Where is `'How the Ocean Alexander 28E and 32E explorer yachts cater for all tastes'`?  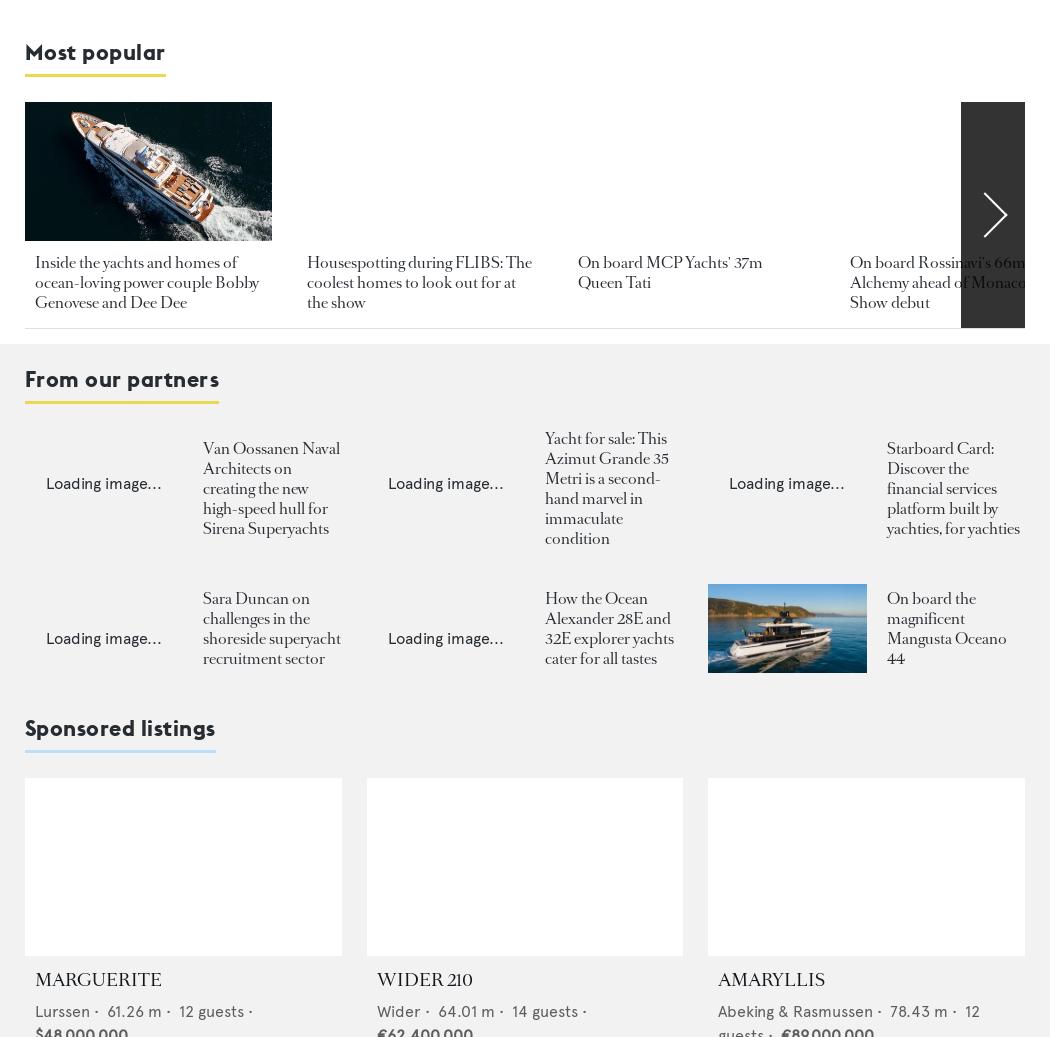 'How the Ocean Alexander 28E and 32E explorer yachts cater for all tastes' is located at coordinates (608, 627).